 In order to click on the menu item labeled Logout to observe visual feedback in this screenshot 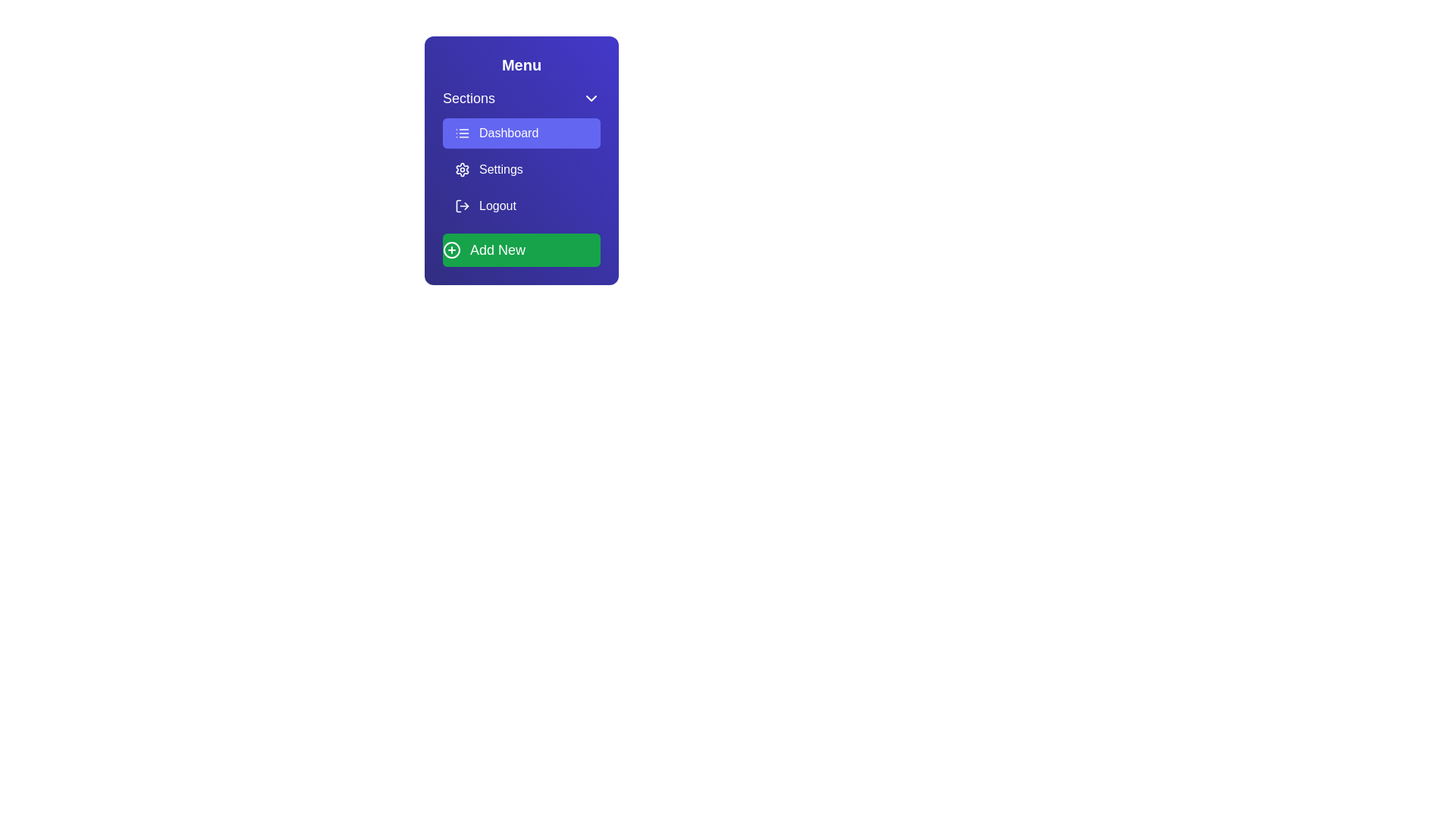, I will do `click(521, 206)`.